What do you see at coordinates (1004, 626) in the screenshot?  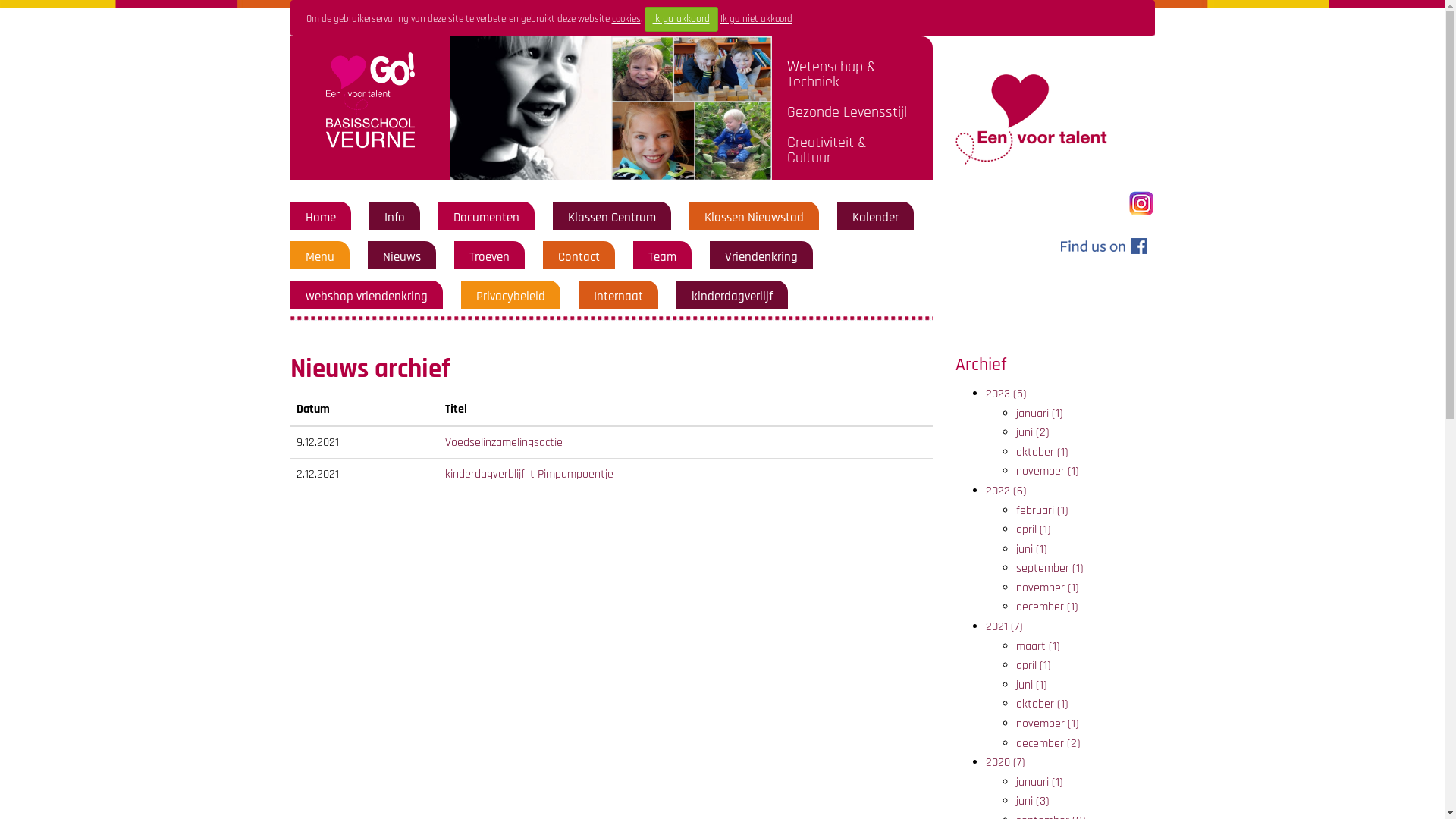 I see `'2021 (7)'` at bounding box center [1004, 626].